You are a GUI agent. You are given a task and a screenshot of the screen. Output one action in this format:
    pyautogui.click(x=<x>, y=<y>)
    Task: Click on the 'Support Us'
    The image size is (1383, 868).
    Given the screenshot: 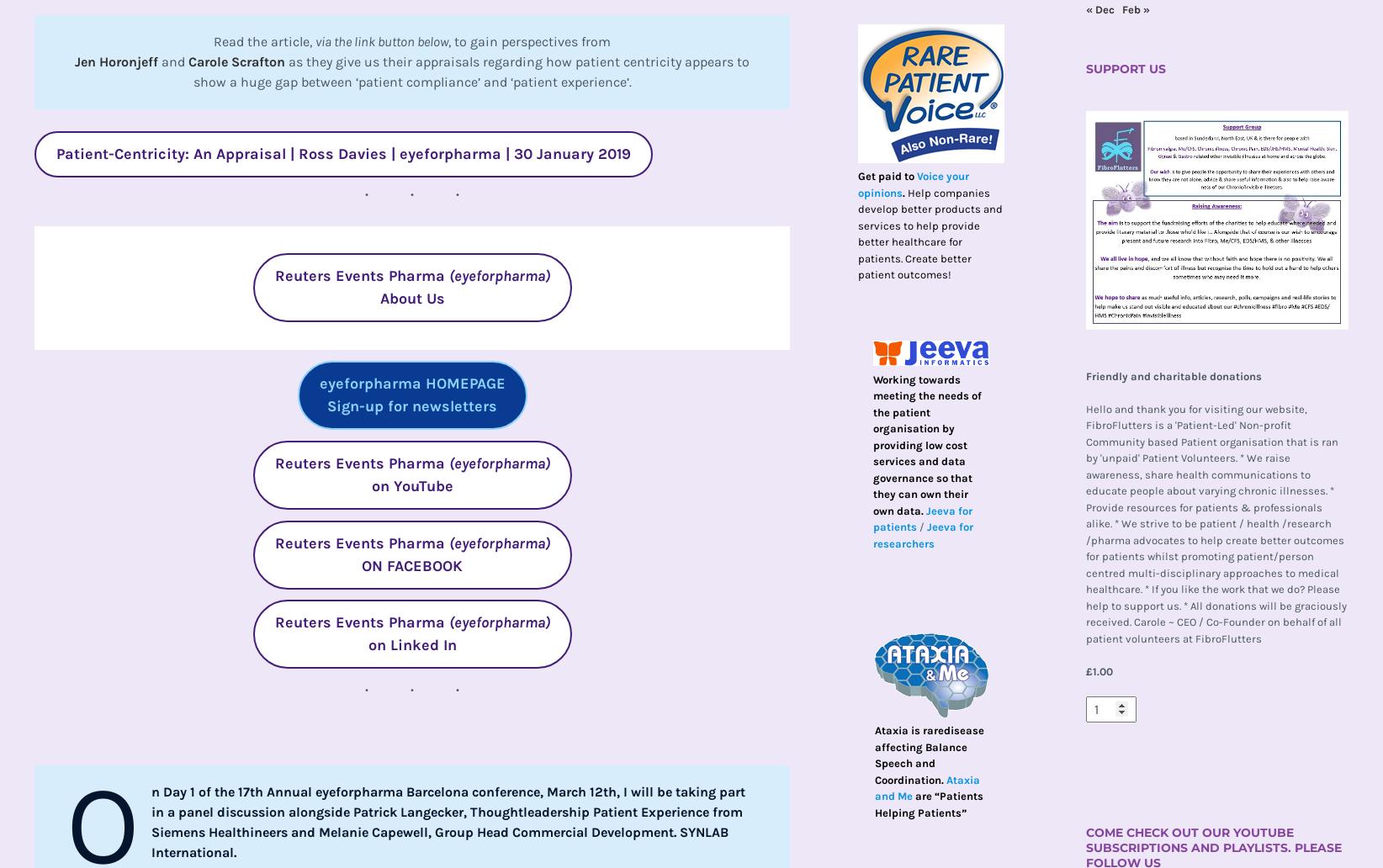 What is the action you would take?
    pyautogui.click(x=1124, y=68)
    